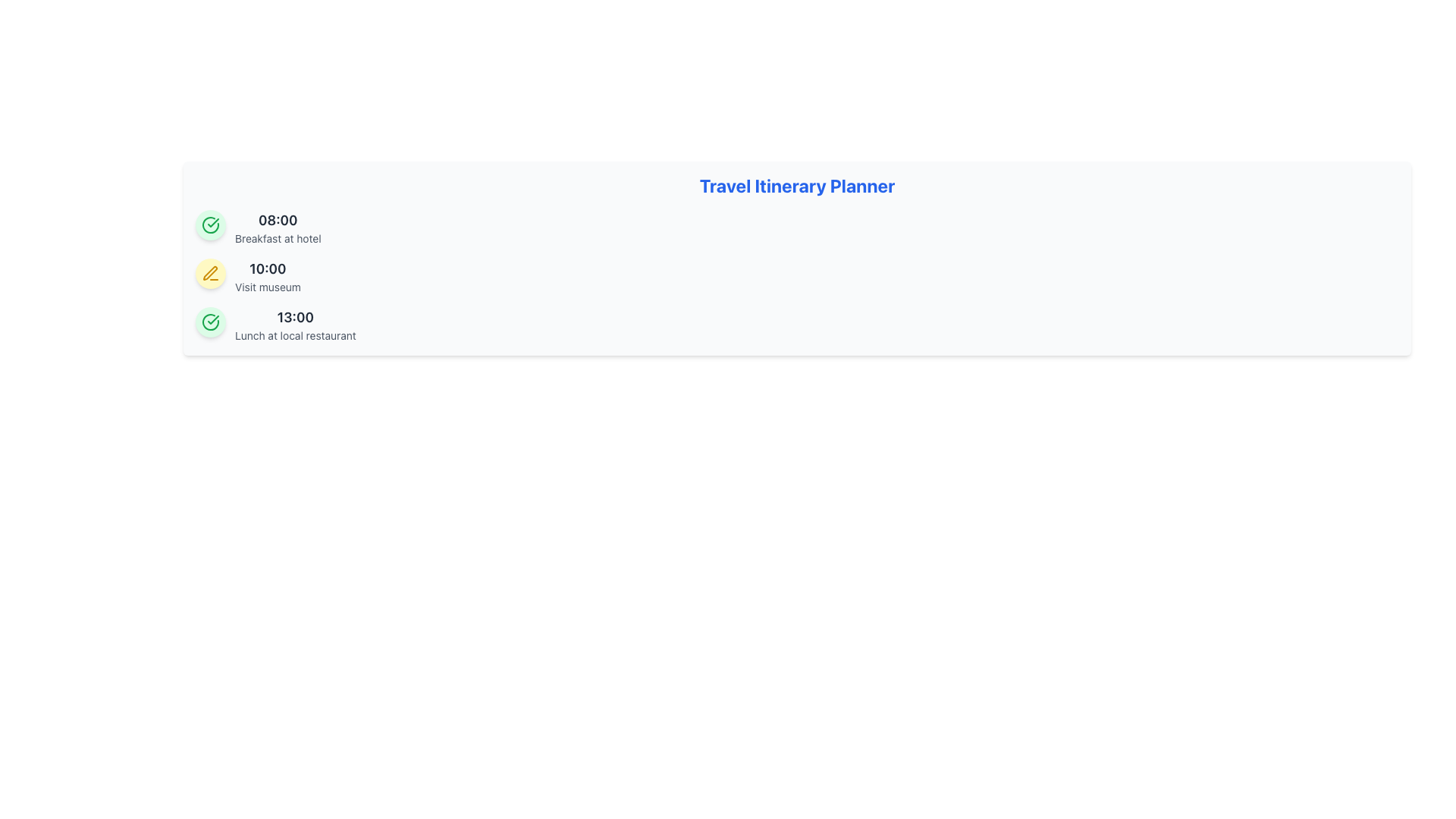 Image resolution: width=1456 pixels, height=819 pixels. What do you see at coordinates (210, 274) in the screenshot?
I see `the Icon Button positioned to the left of the 10:00 activity` at bounding box center [210, 274].